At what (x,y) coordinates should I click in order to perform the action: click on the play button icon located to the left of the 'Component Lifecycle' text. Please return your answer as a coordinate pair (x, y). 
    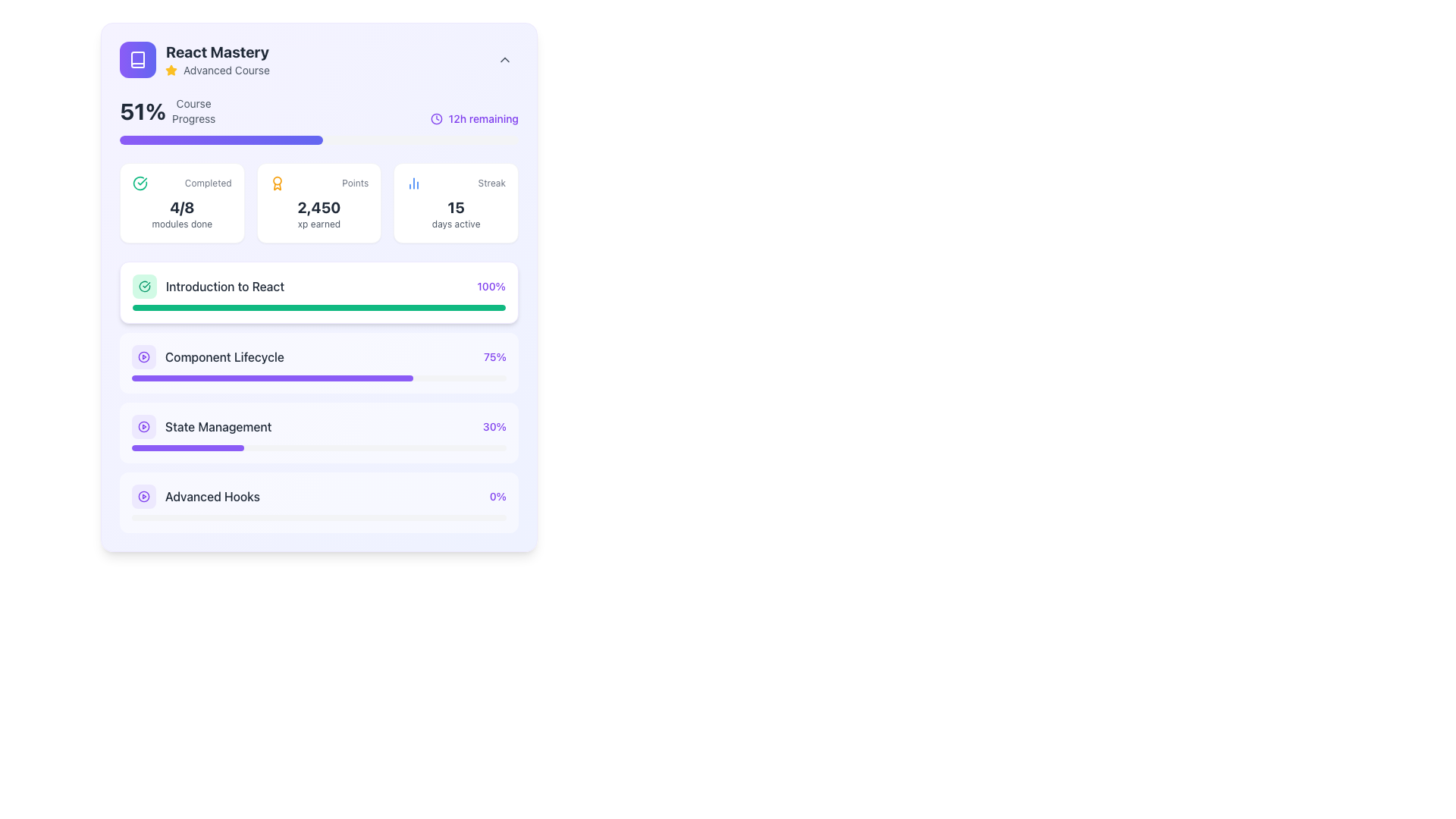
    Looking at the image, I should click on (144, 356).